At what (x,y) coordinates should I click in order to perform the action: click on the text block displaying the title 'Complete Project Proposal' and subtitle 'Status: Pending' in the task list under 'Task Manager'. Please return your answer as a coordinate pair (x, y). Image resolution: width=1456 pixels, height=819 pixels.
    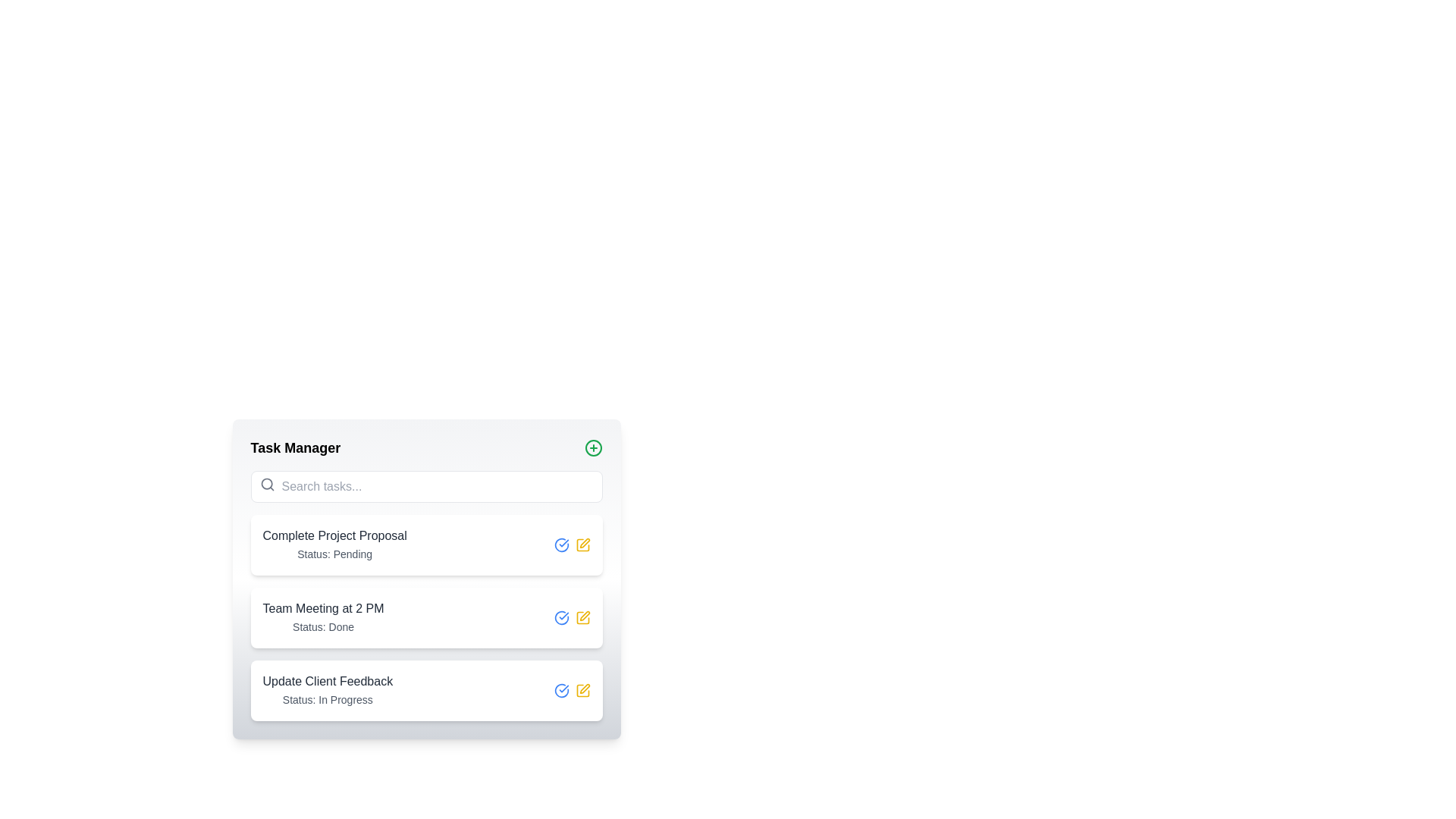
    Looking at the image, I should click on (334, 544).